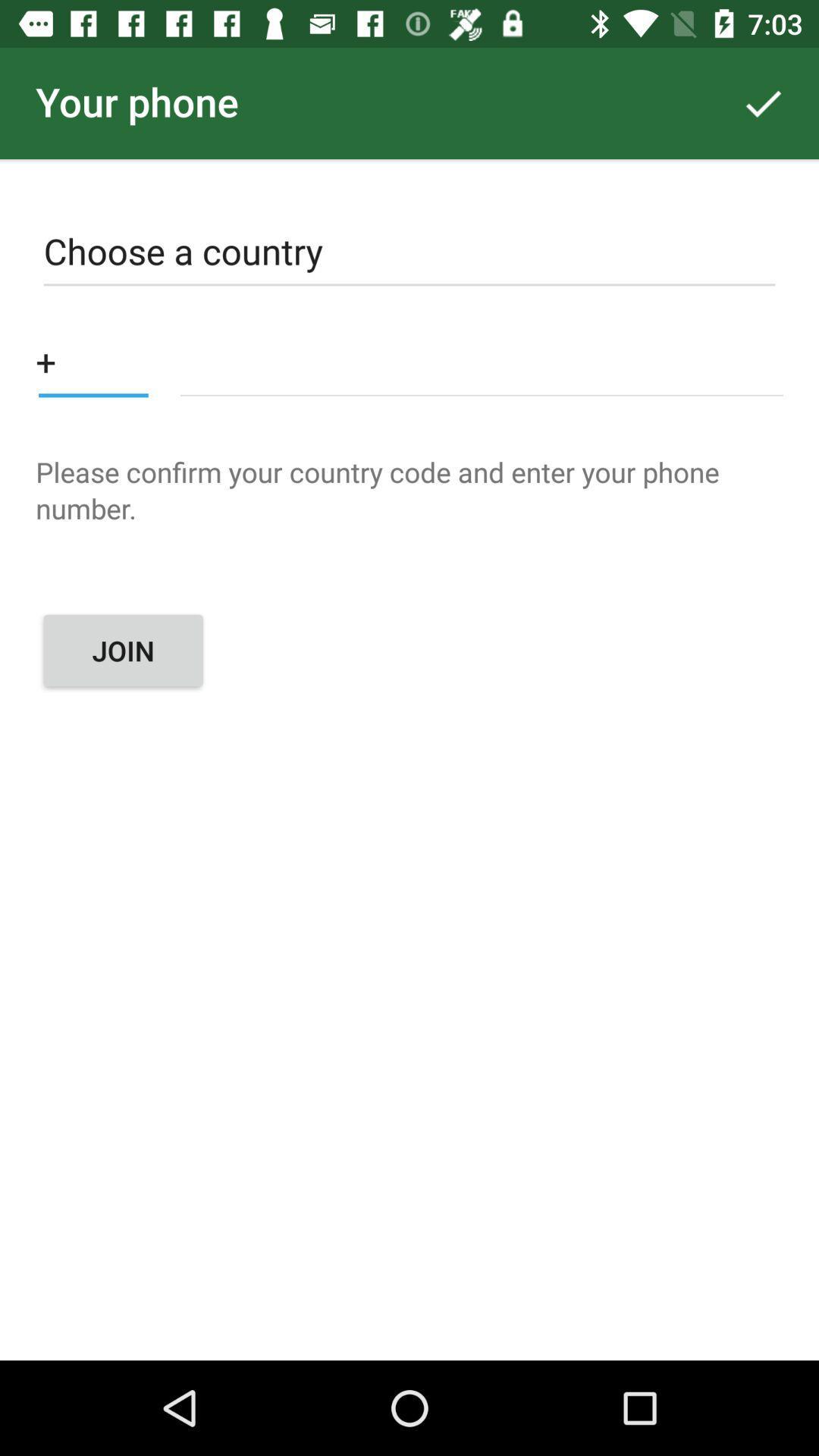 The image size is (819, 1456). I want to click on country code, so click(93, 360).